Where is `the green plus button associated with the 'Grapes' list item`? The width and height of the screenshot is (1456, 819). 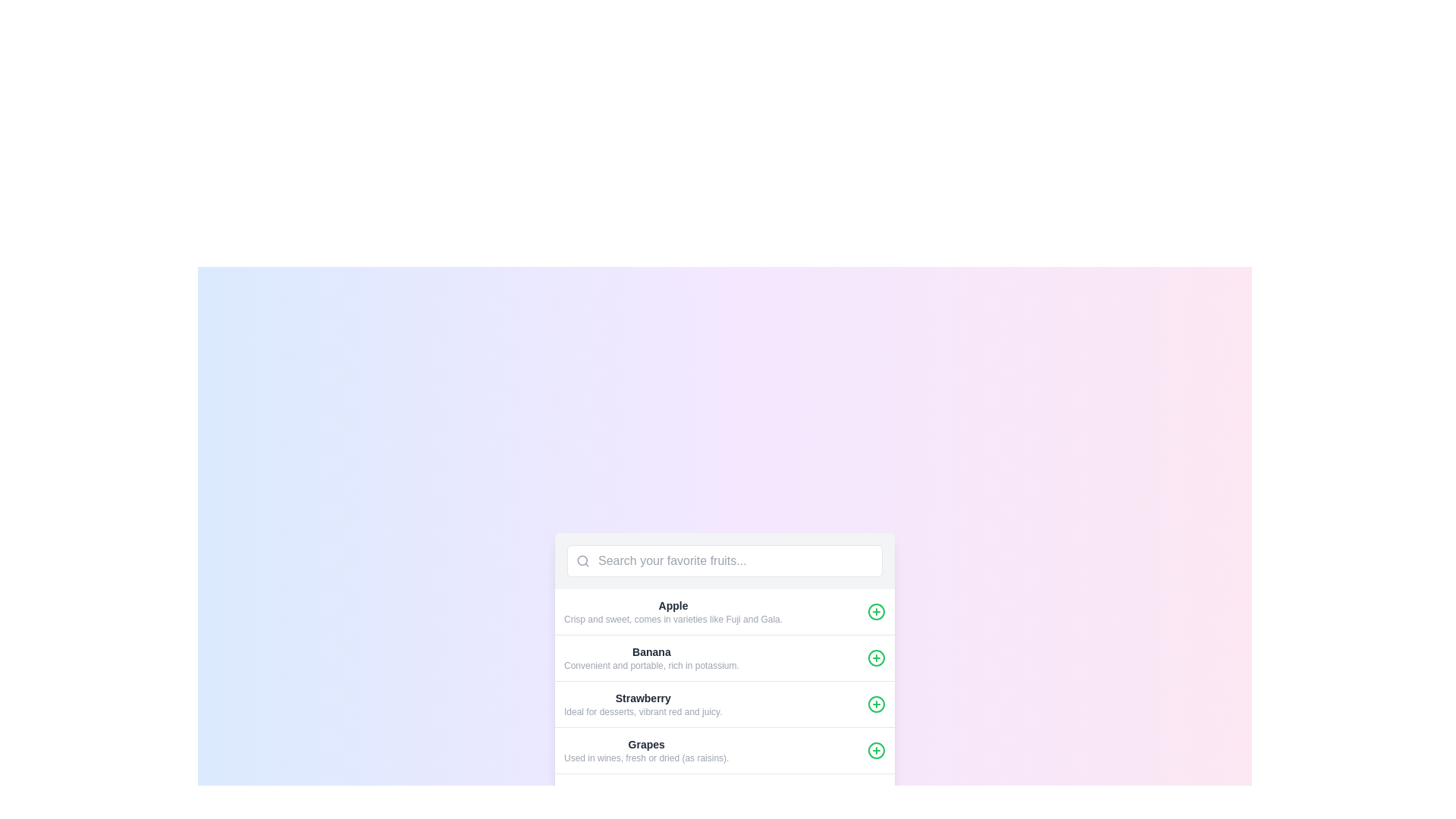
the green plus button associated with the 'Grapes' list item is located at coordinates (723, 748).